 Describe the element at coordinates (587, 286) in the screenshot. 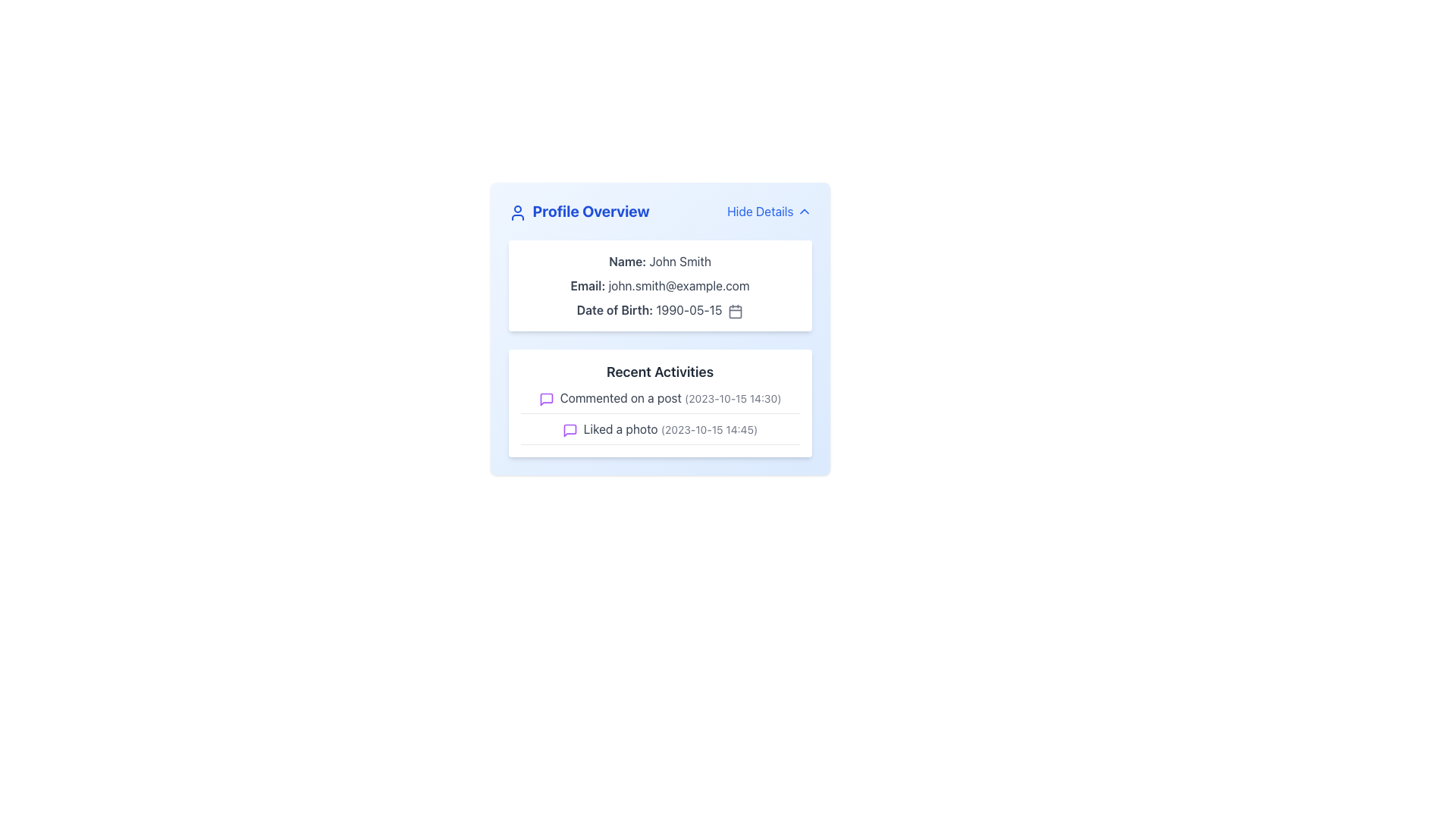

I see `the 'Email:' label element, which is positioned above the user's email address in the profile details section` at that location.